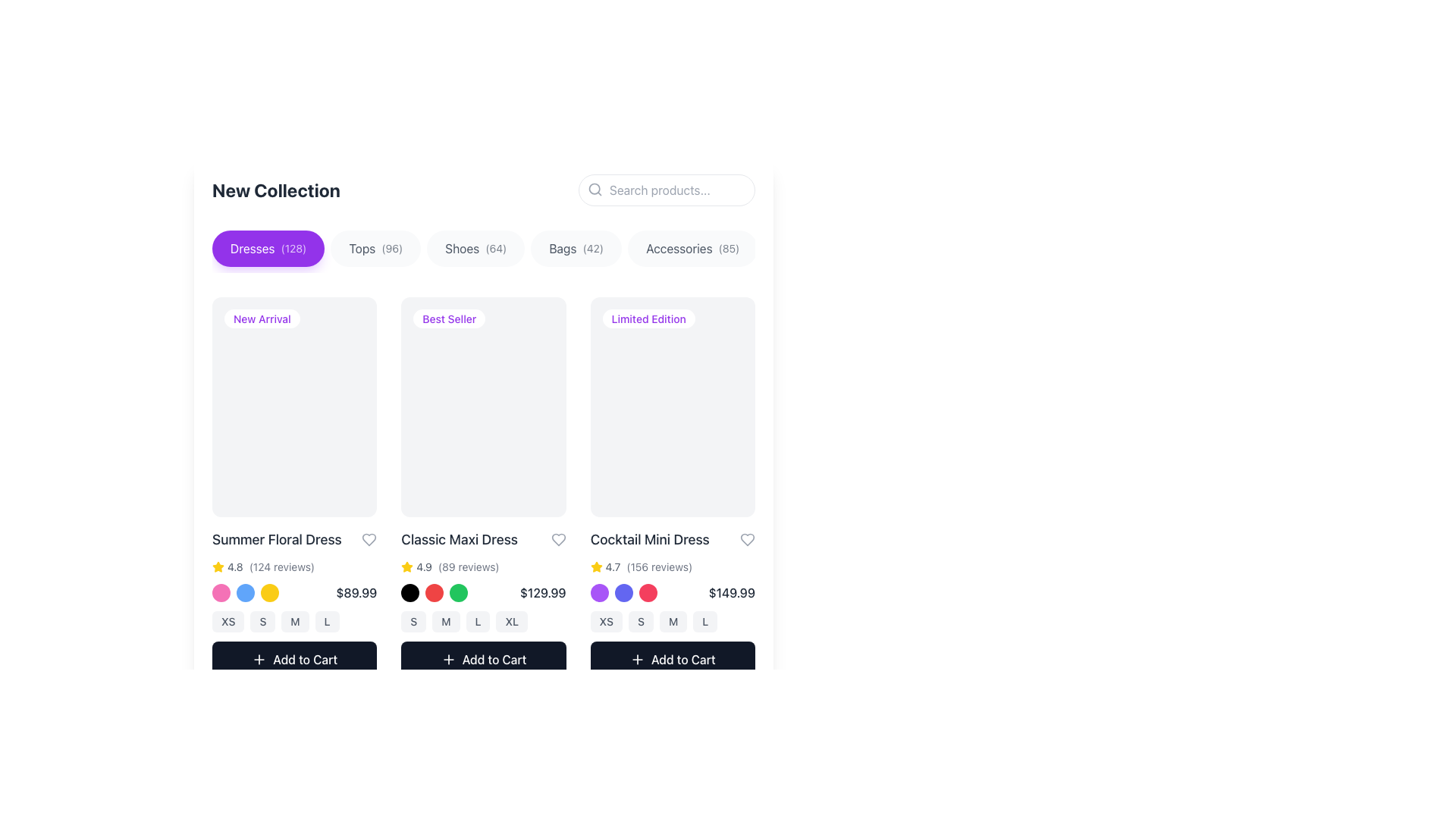 The image size is (1456, 819). What do you see at coordinates (294, 566) in the screenshot?
I see `the rating summary display for the 'Summer Floral Dress'` at bounding box center [294, 566].